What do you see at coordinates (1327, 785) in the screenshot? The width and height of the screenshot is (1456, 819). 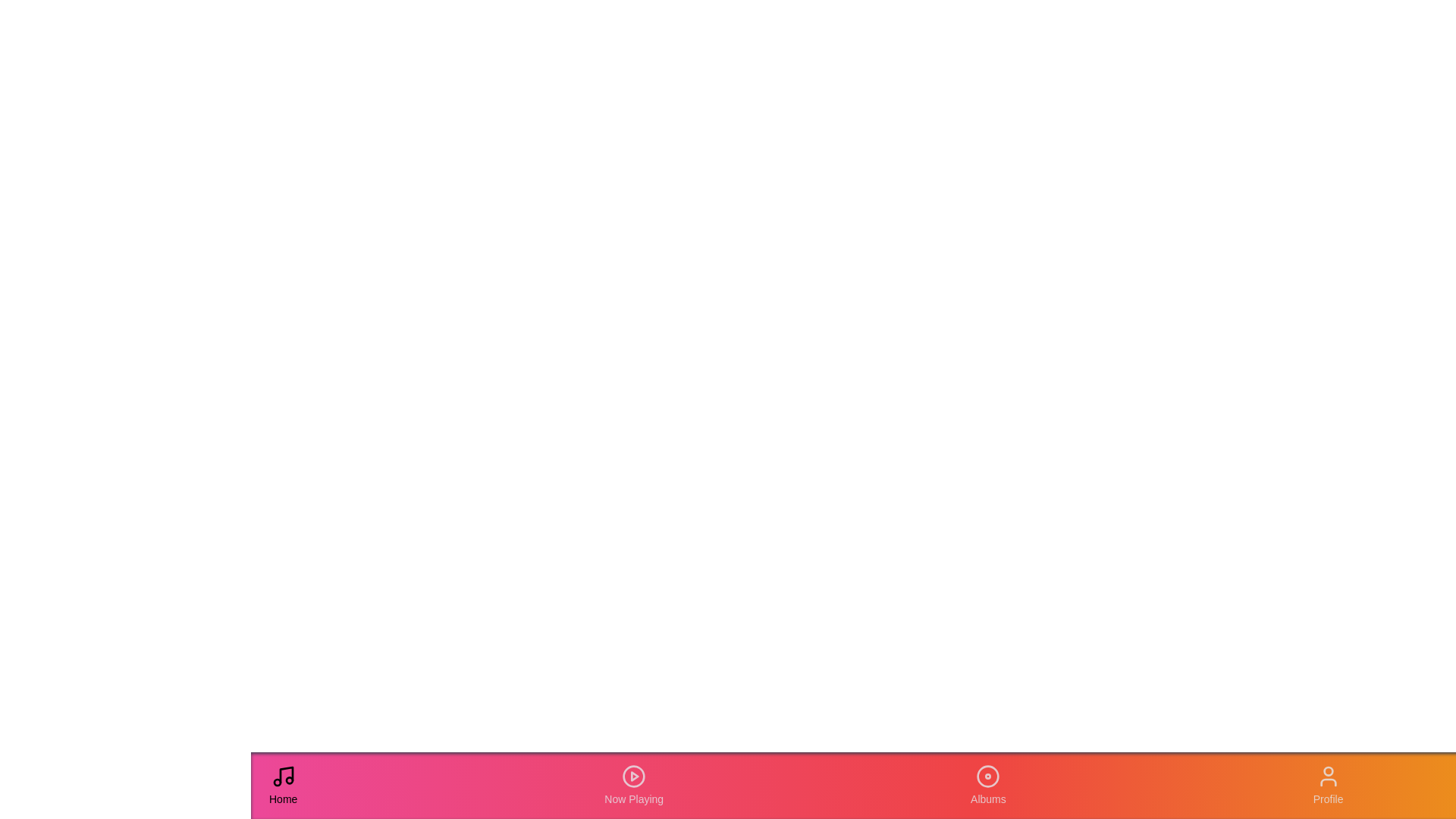 I see `the 'Profile' tab in the navigation bar` at bounding box center [1327, 785].